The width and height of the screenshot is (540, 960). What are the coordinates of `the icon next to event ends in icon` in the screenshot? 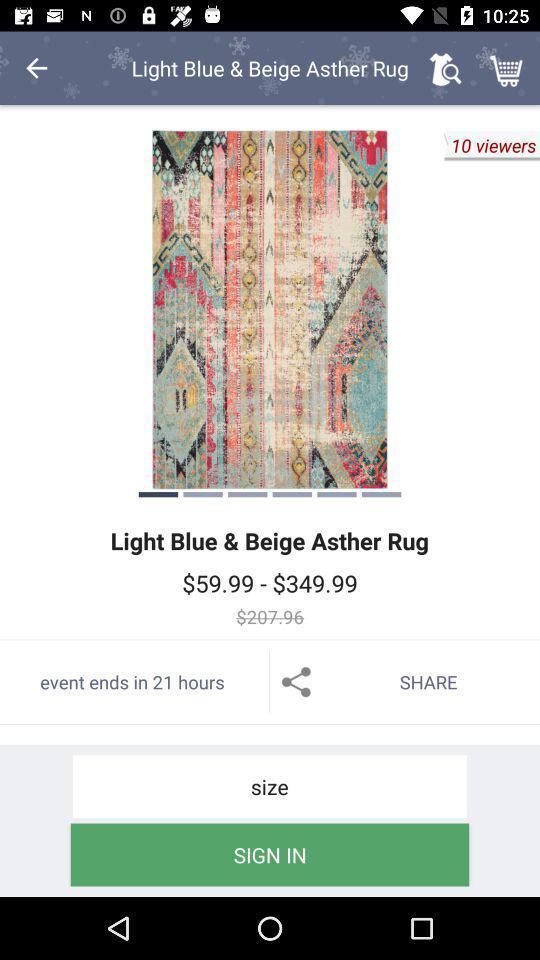 It's located at (405, 682).